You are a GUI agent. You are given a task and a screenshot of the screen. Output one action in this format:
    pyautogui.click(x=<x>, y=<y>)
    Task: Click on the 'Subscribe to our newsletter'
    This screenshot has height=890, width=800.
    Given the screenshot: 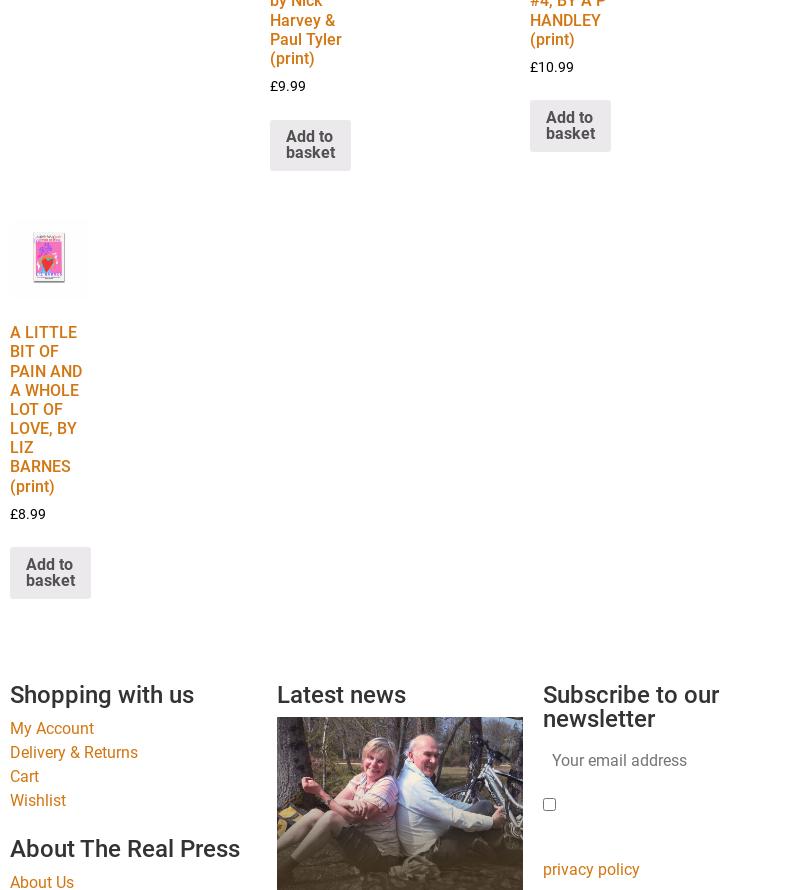 What is the action you would take?
    pyautogui.click(x=631, y=705)
    